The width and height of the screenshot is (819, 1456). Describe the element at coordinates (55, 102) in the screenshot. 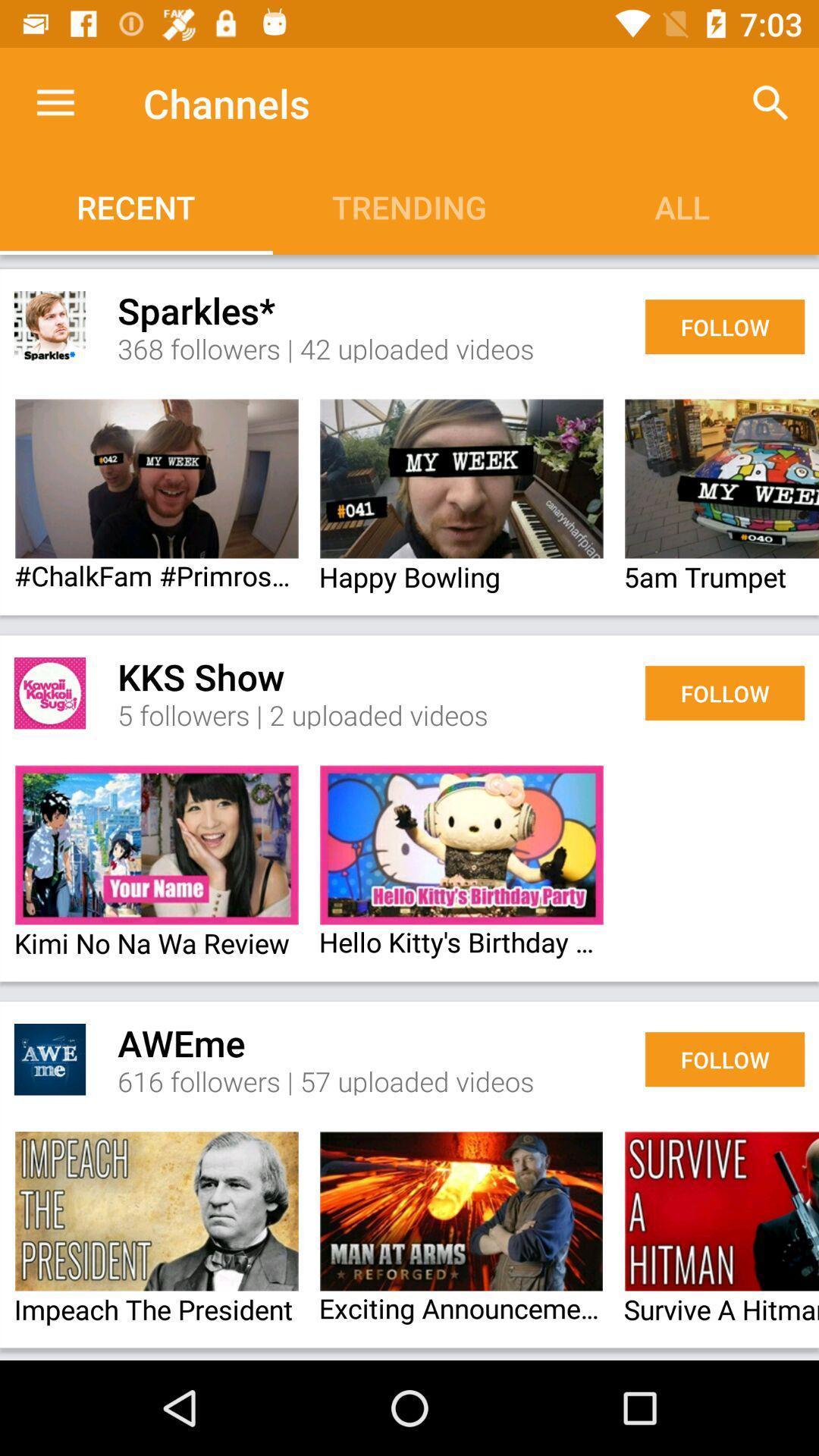

I see `app to the left of the channels app` at that location.